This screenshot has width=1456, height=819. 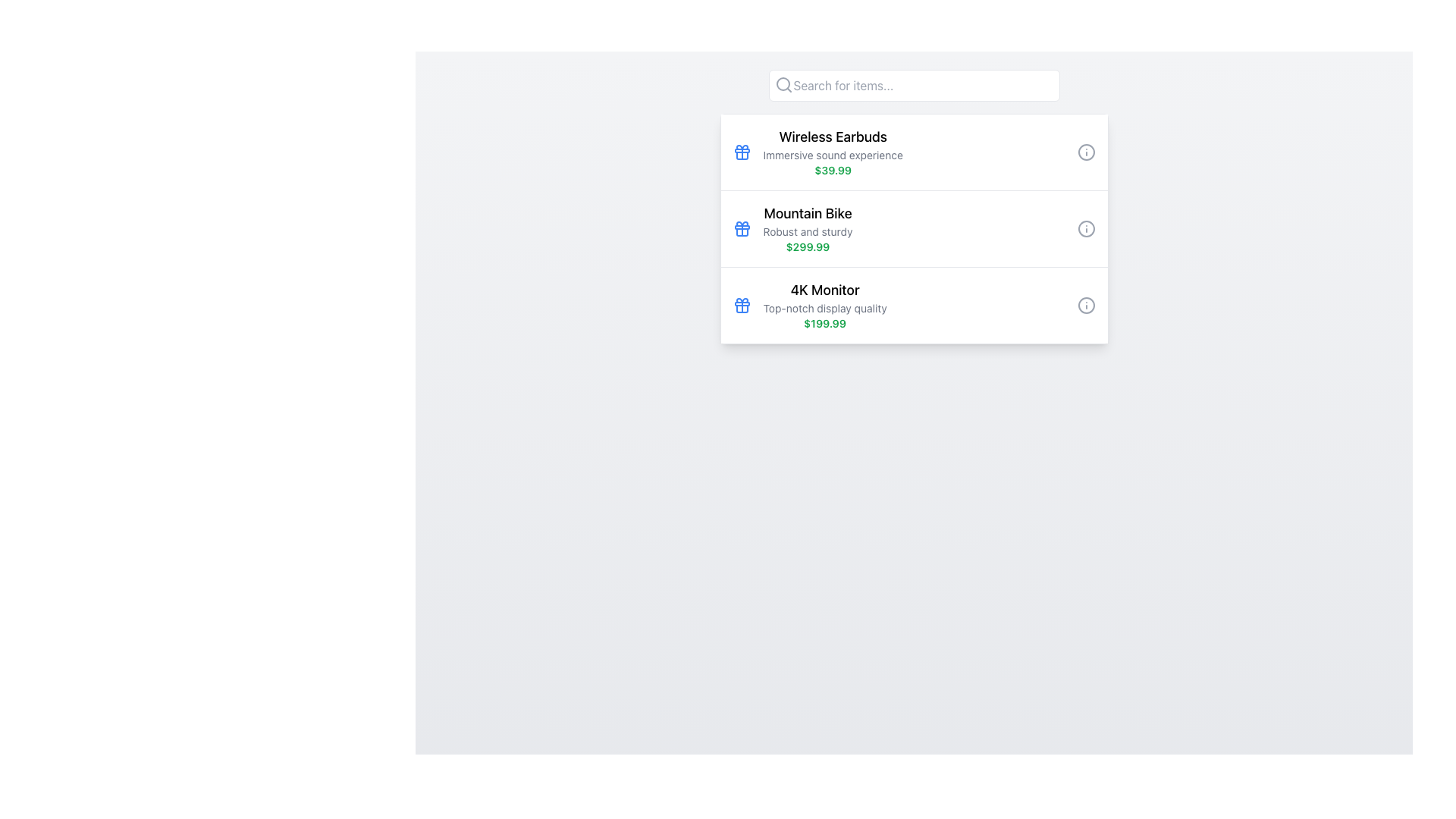 What do you see at coordinates (1085, 305) in the screenshot?
I see `the SVG circle component located inside the info icon of the third item in a vertical list` at bounding box center [1085, 305].